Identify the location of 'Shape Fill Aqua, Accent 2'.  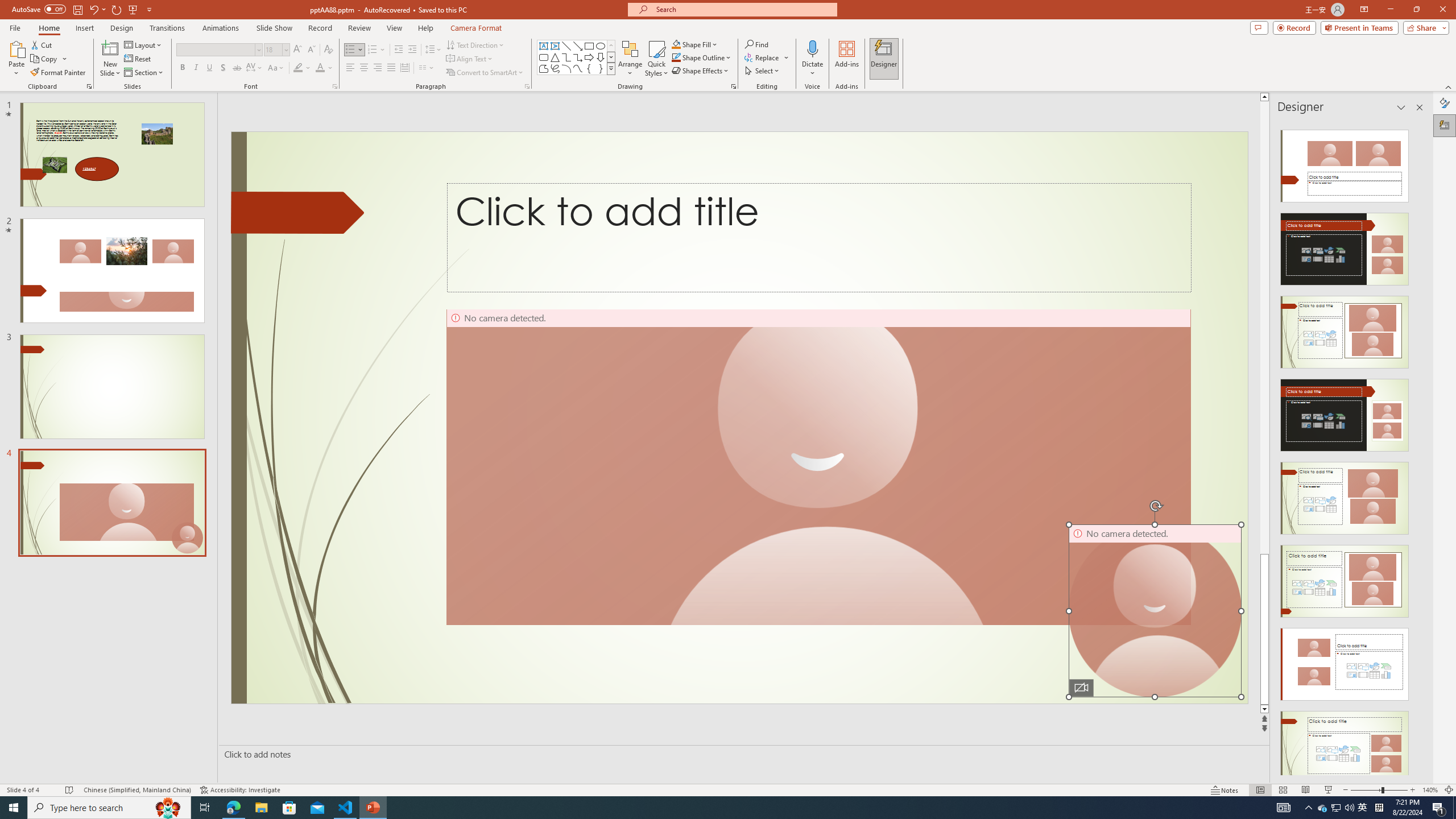
(676, 44).